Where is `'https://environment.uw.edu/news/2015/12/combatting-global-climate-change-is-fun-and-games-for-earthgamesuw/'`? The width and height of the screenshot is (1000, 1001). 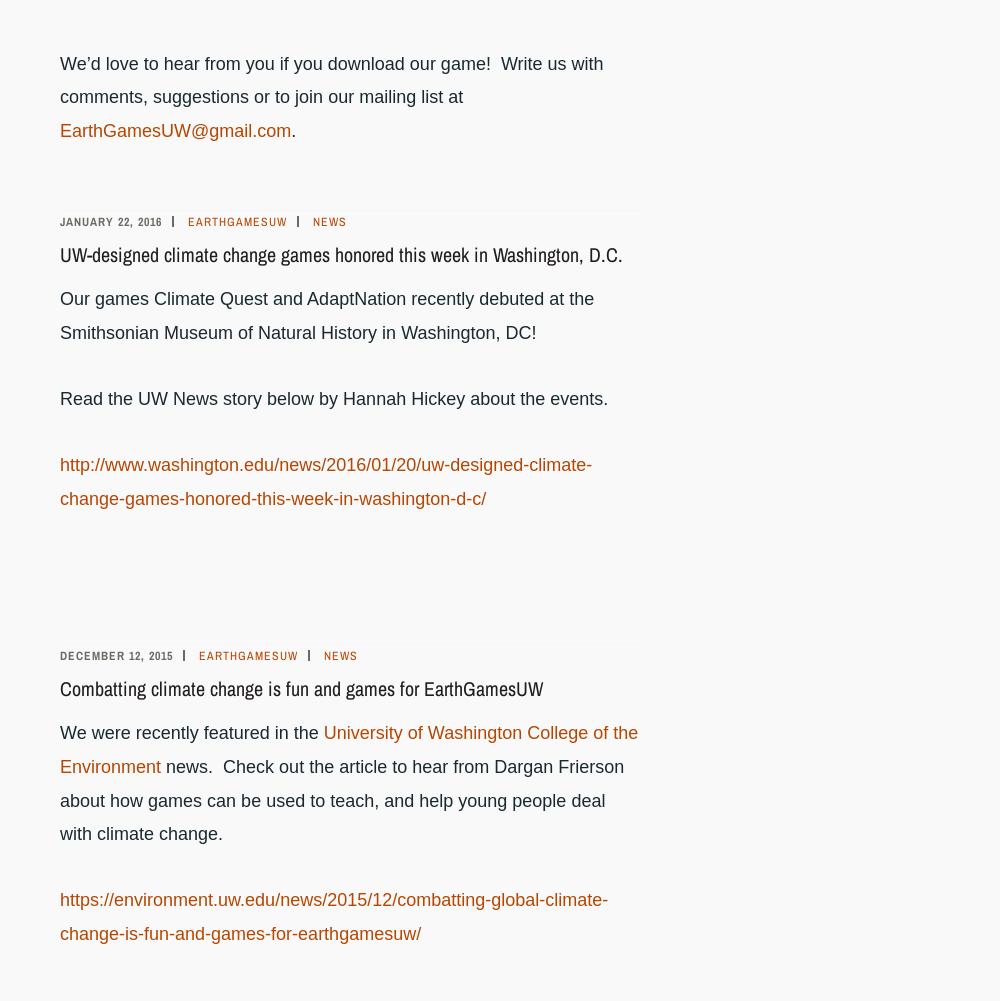 'https://environment.uw.edu/news/2015/12/combatting-global-climate-change-is-fun-and-games-for-earthgamesuw/' is located at coordinates (60, 917).